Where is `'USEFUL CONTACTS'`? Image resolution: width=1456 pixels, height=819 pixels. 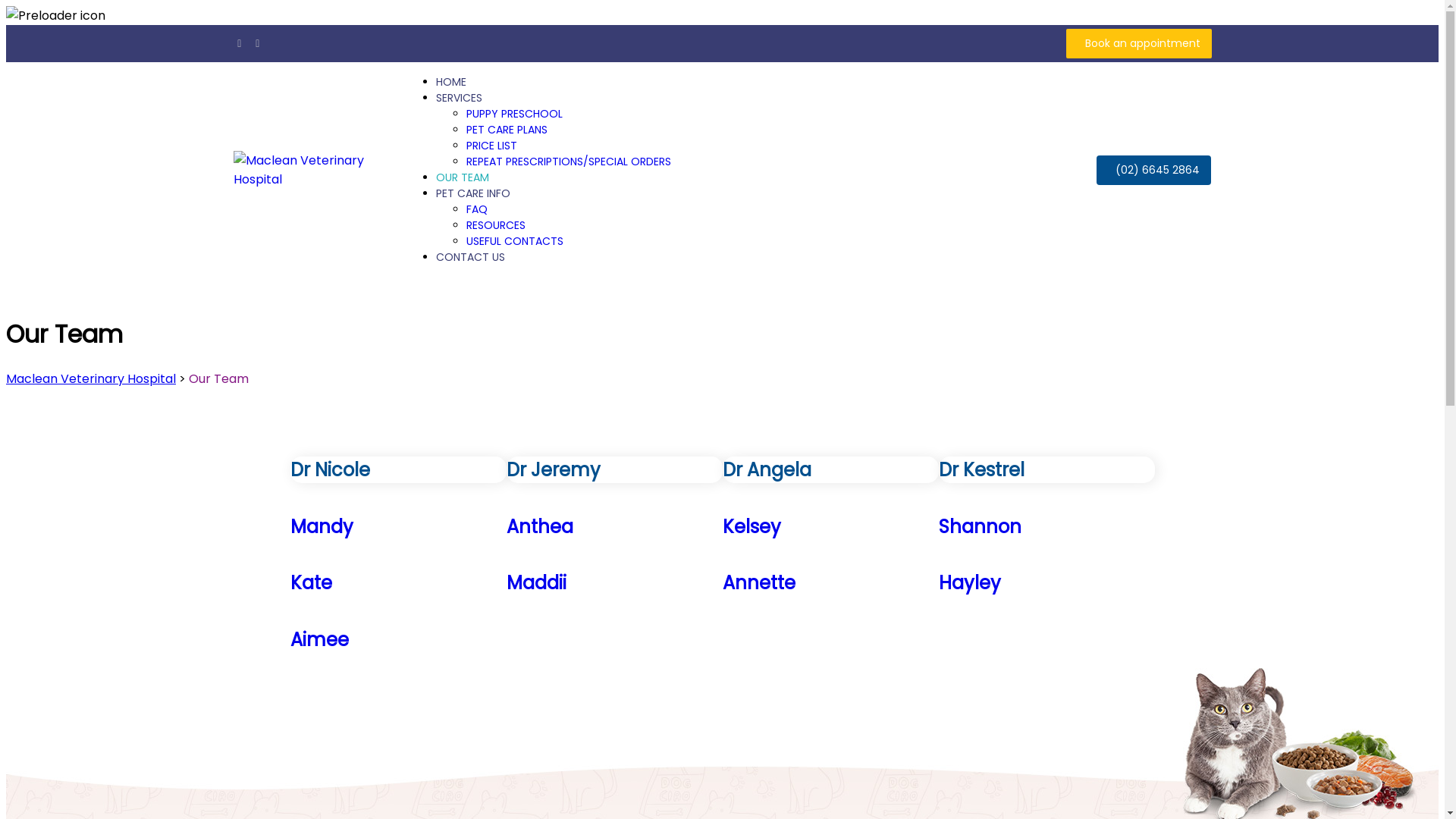 'USEFUL CONTACTS' is located at coordinates (514, 240).